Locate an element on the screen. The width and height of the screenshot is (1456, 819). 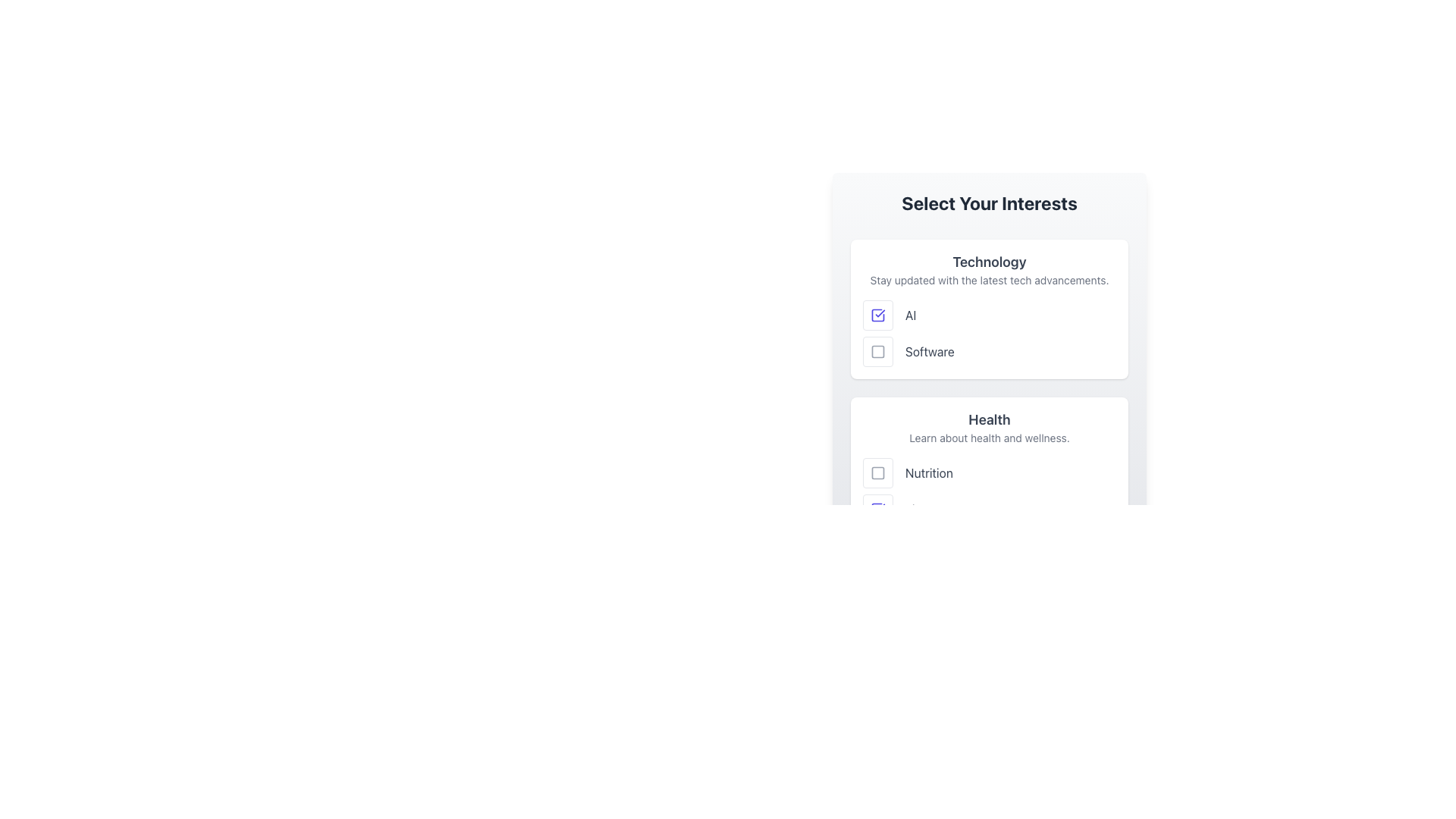
the empty checkbox indicator within the 'Software' checkbox under the 'Technology' section is located at coordinates (877, 351).